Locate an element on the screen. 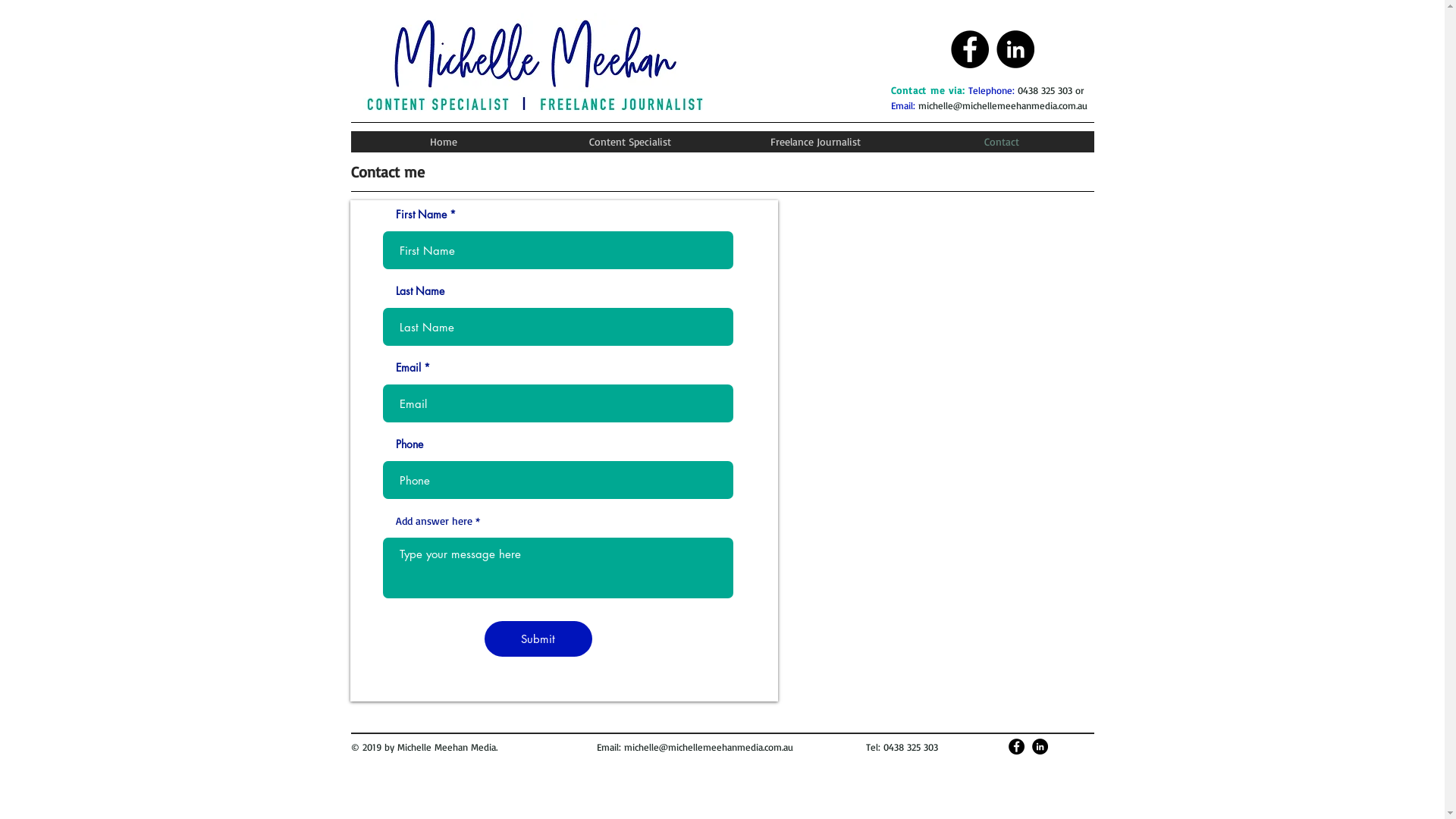 This screenshot has width=1456, height=819. 'Contact' is located at coordinates (1001, 141).